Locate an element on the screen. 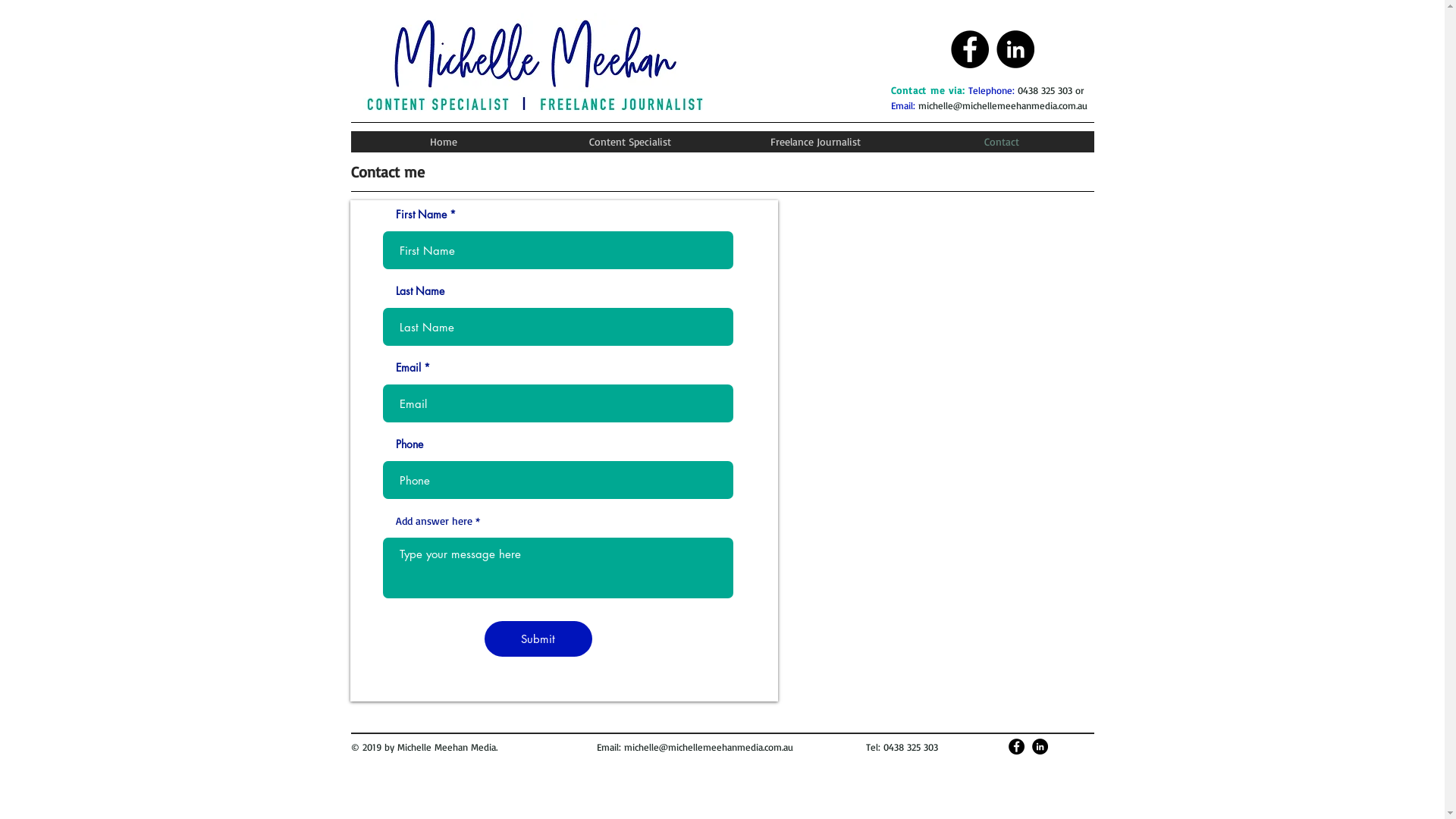 This screenshot has width=1456, height=819. 'Contact' is located at coordinates (1001, 141).